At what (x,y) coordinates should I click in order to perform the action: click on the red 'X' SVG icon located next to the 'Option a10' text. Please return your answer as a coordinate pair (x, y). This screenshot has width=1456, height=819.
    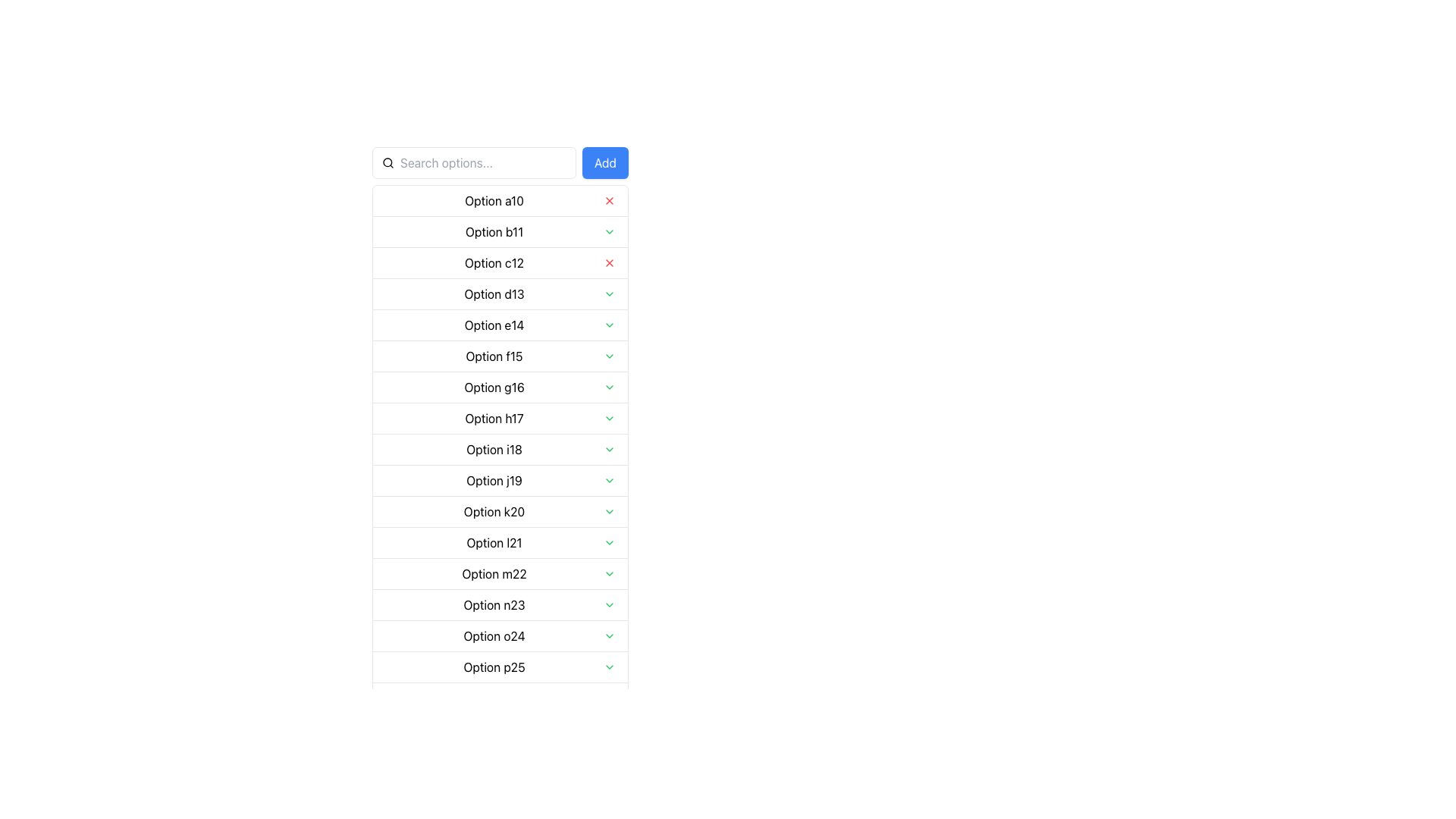
    Looking at the image, I should click on (610, 200).